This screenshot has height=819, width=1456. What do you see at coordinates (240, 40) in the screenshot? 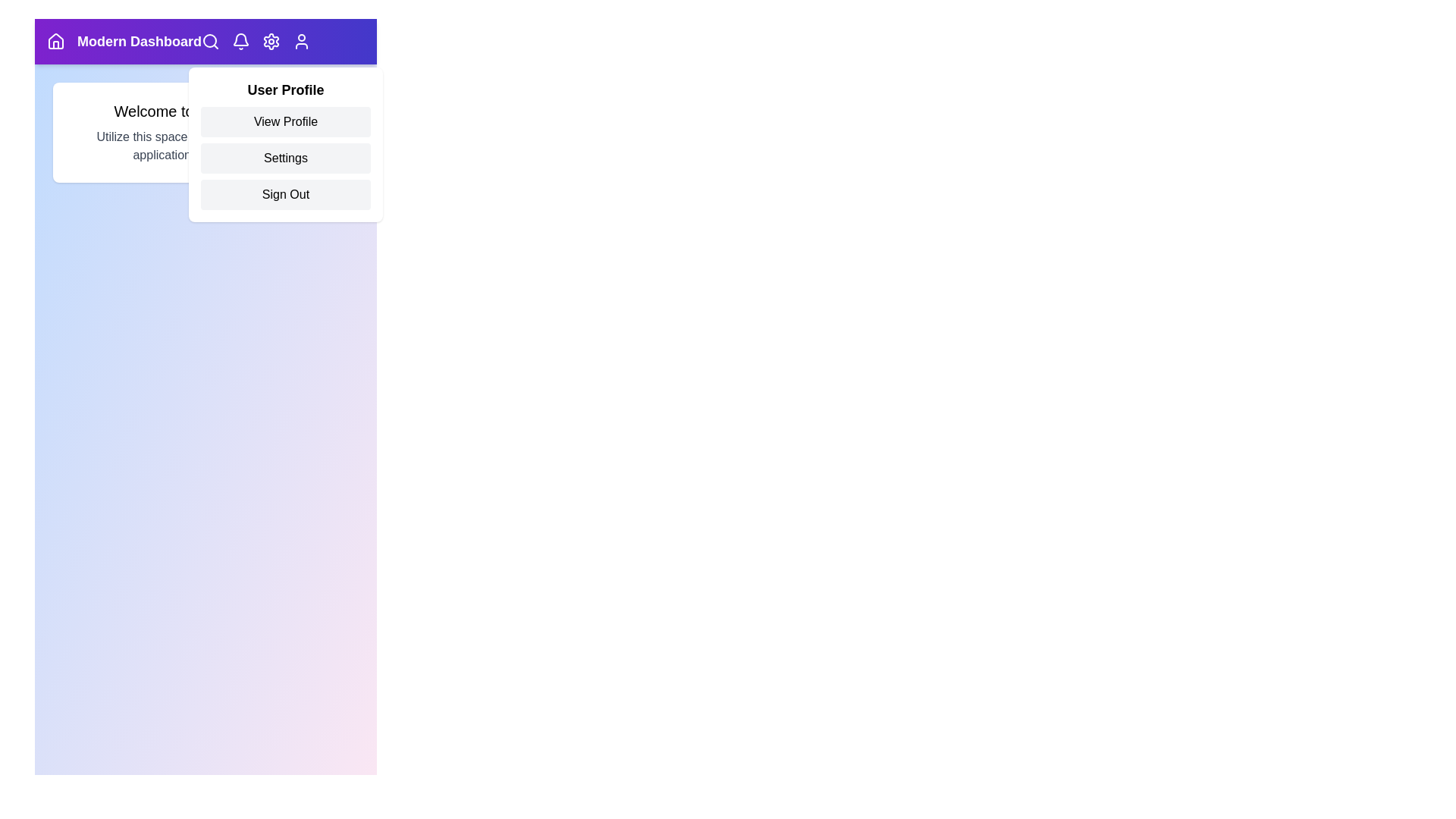
I see `the bell icon to view notifications` at bounding box center [240, 40].